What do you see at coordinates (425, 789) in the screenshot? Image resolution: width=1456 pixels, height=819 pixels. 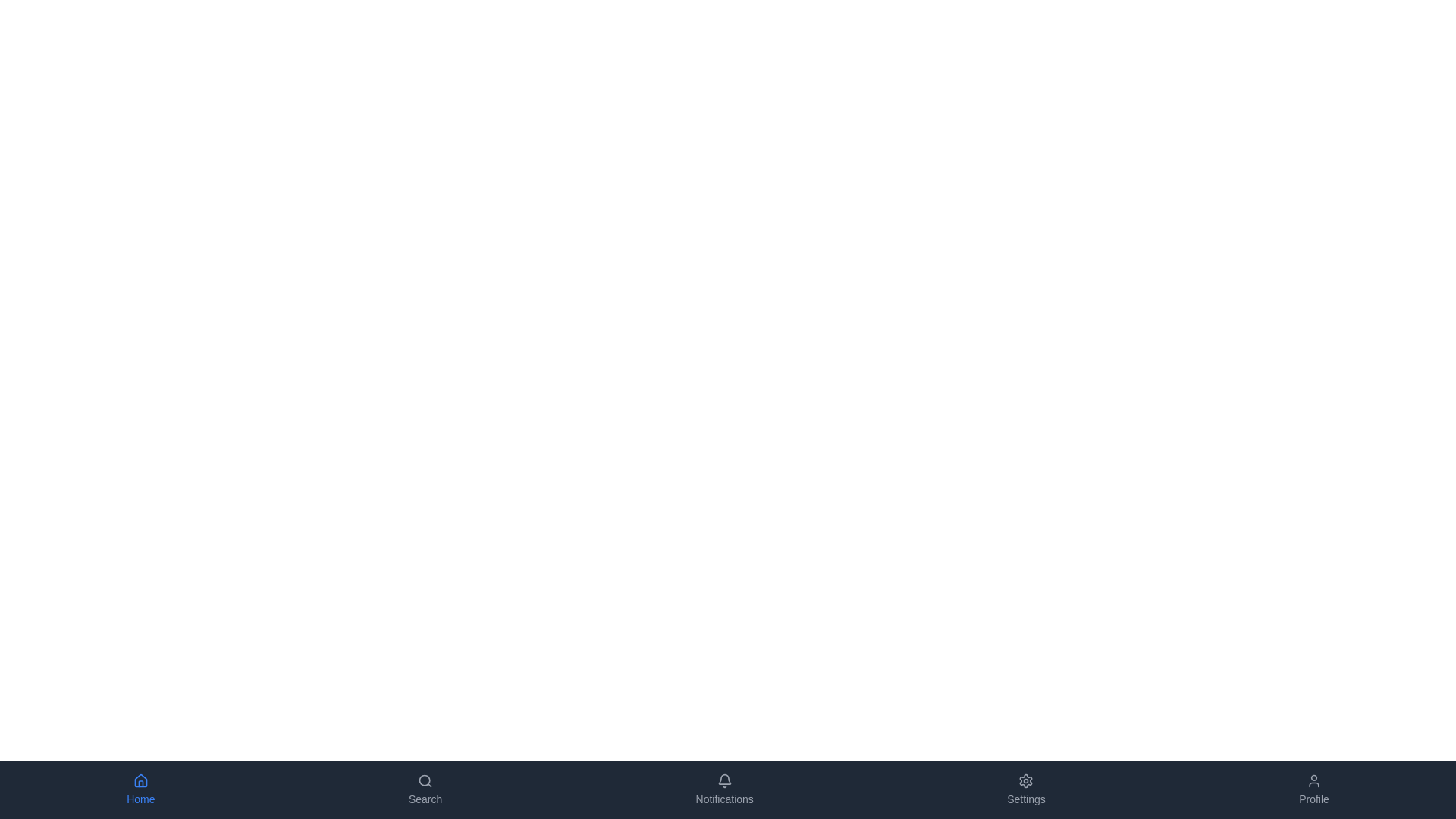 I see `the 'Search' button, which features a magnifying glass icon and is the second item in the bottom navigation menu` at bounding box center [425, 789].